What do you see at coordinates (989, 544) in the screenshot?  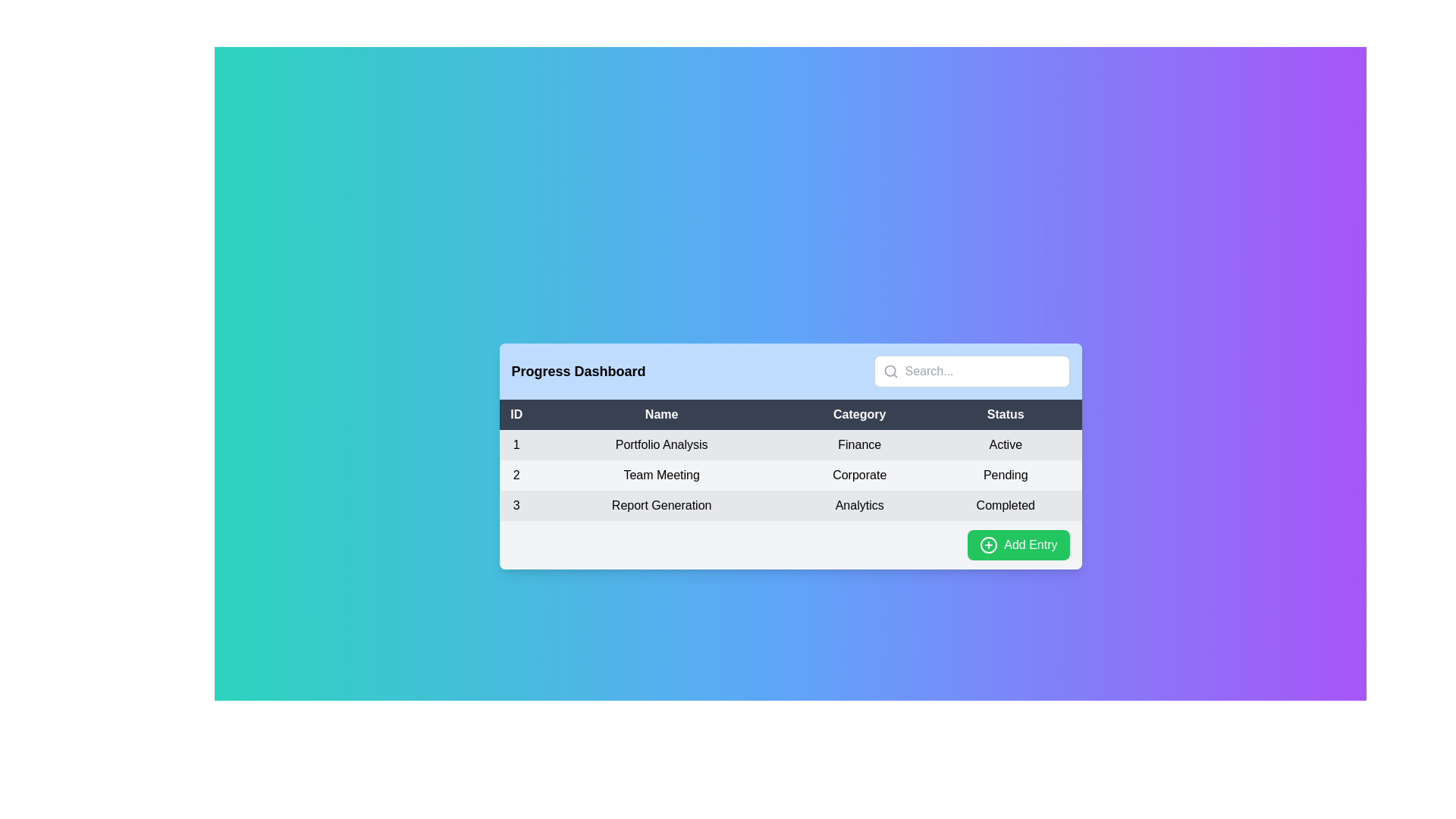 I see `the addition icon, which is a circular structure enclosing a cross symbol, located adjacent to the 'Add Entry' button at the bottom-right corner of the table` at bounding box center [989, 544].